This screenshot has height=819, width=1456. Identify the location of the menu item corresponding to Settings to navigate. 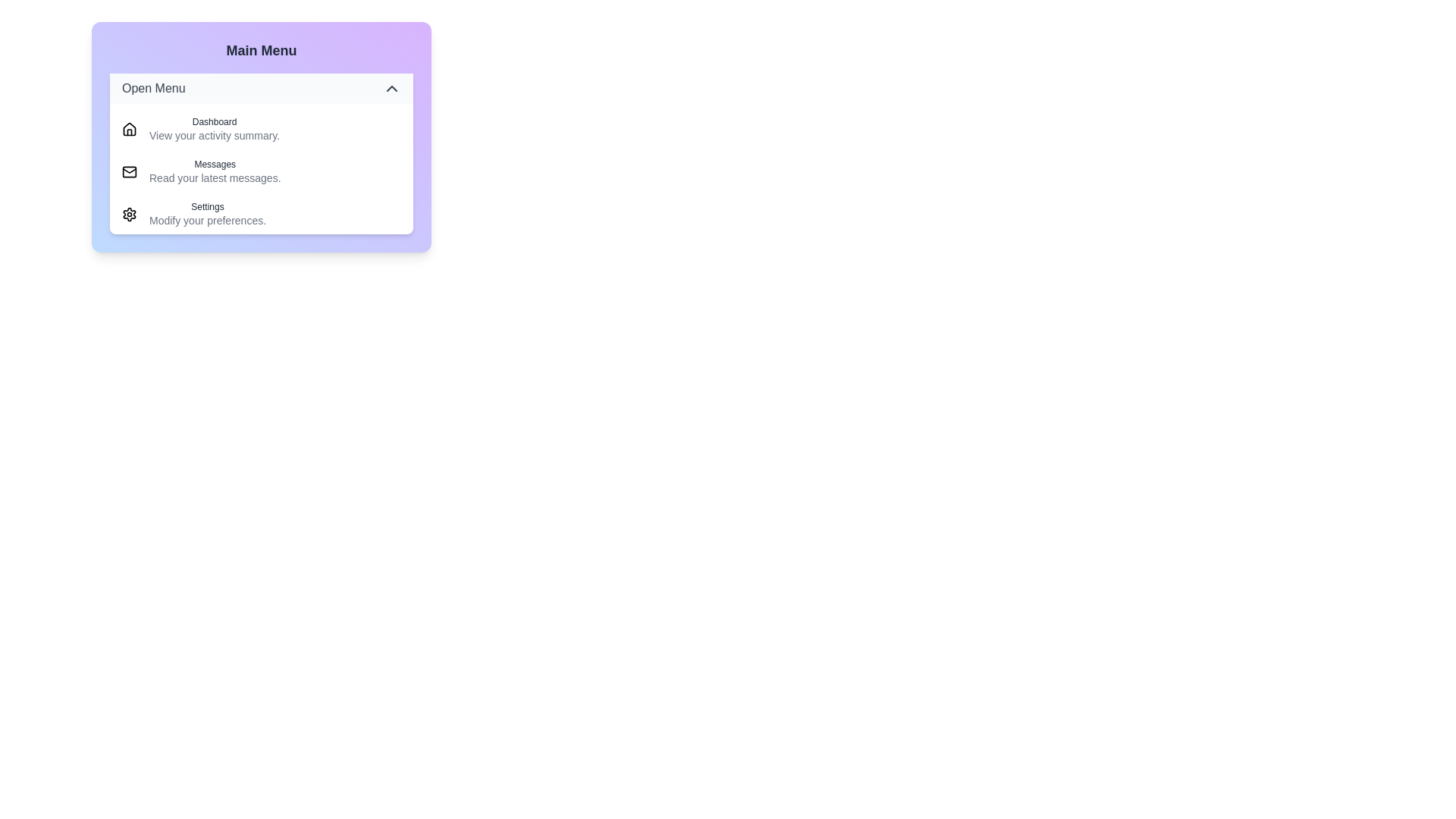
(262, 214).